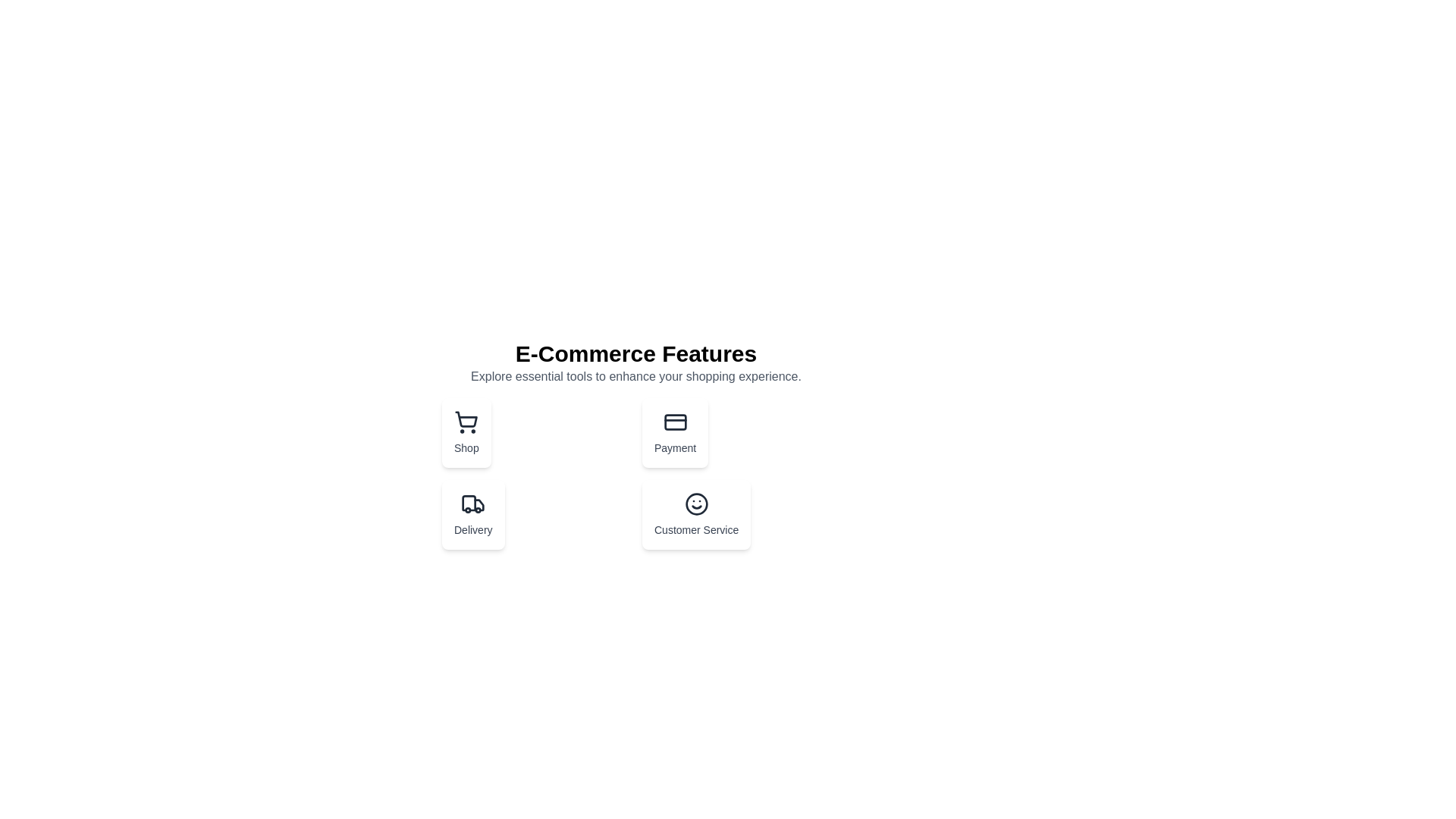 This screenshot has height=819, width=1456. What do you see at coordinates (674, 432) in the screenshot?
I see `the second card in the grid layout under 'E-Commerce Features'` at bounding box center [674, 432].